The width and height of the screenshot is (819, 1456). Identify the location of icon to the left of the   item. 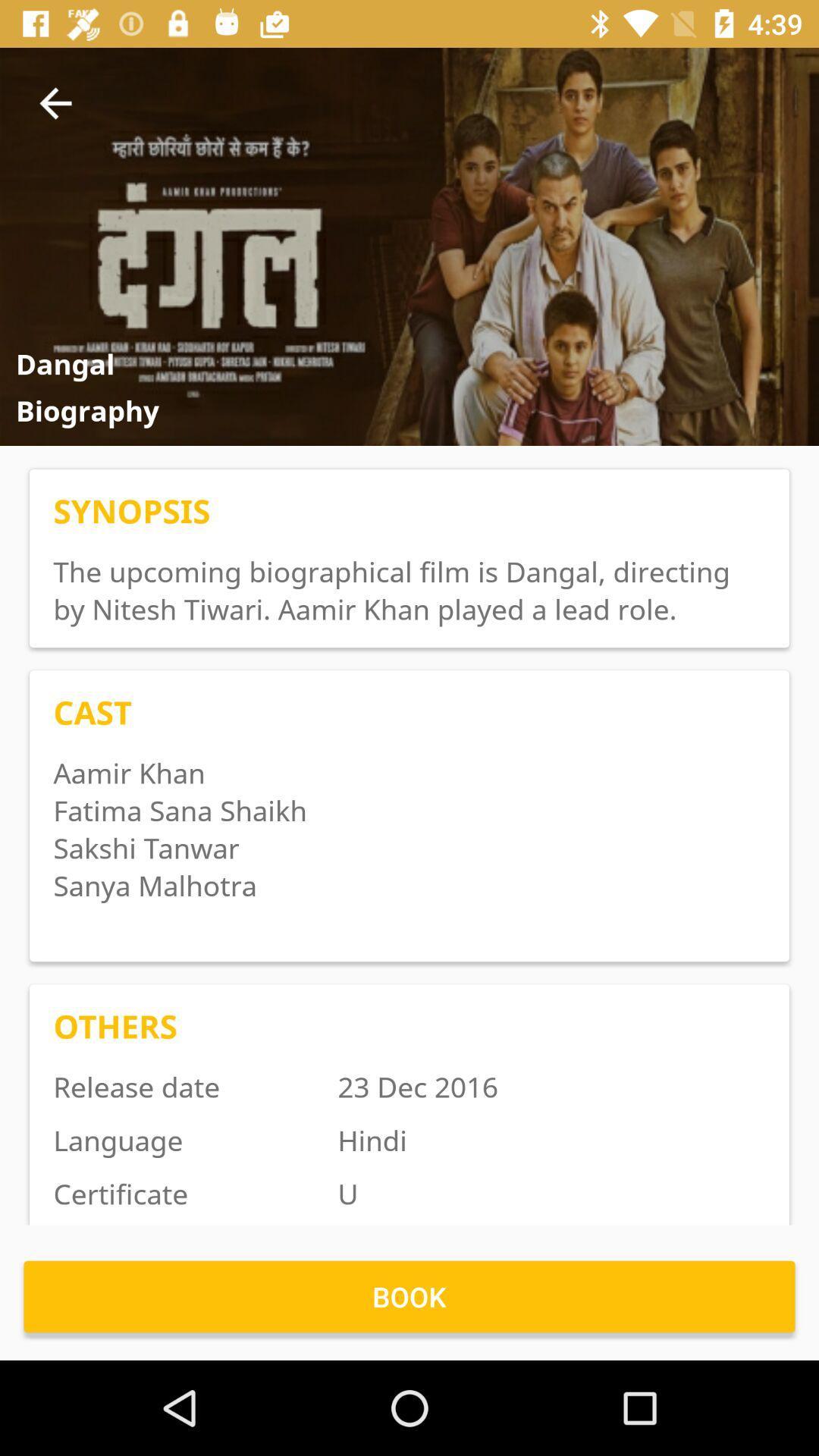
(55, 102).